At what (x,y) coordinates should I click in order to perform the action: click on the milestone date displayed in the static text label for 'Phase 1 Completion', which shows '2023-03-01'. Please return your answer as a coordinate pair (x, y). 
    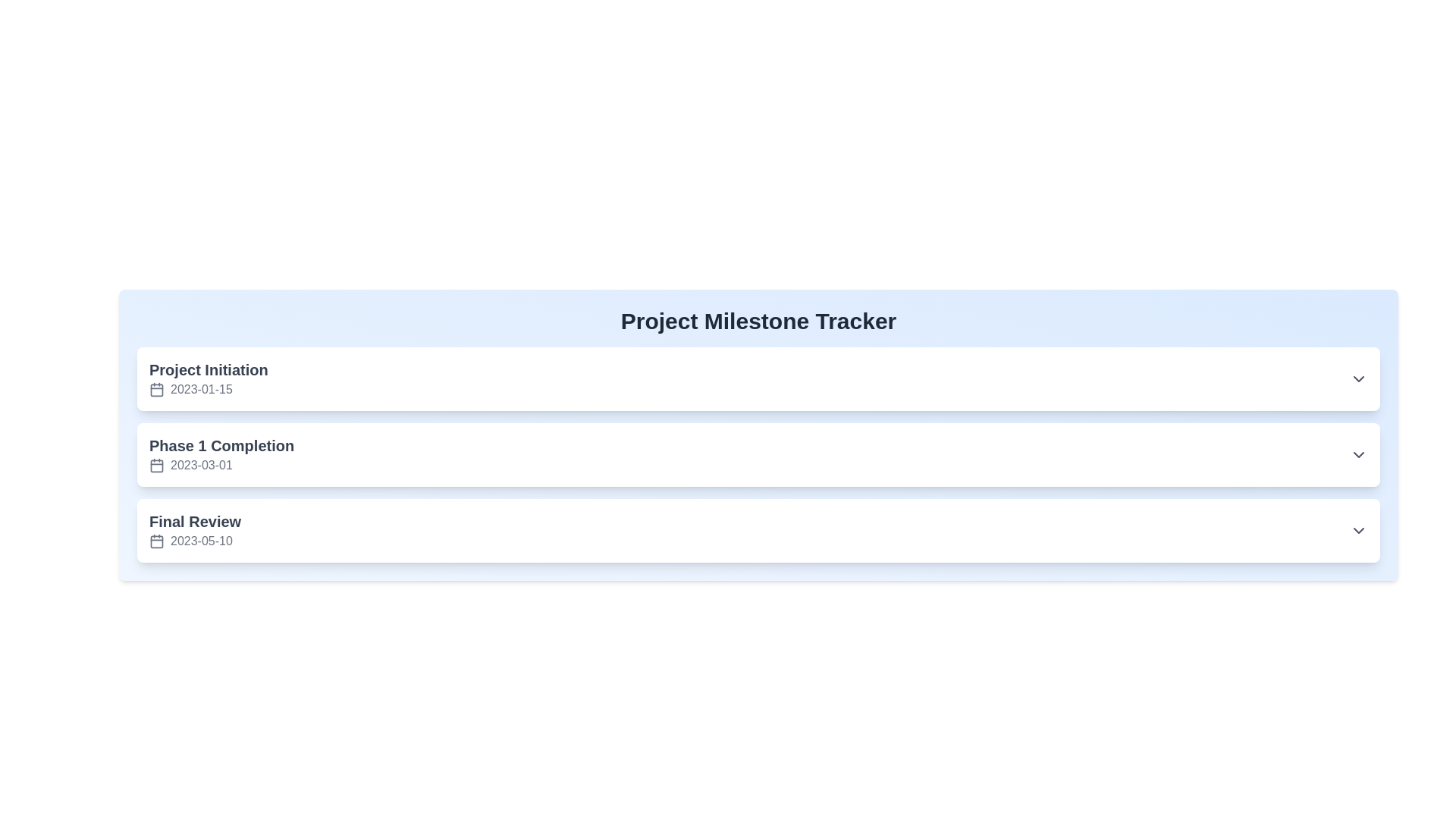
    Looking at the image, I should click on (200, 464).